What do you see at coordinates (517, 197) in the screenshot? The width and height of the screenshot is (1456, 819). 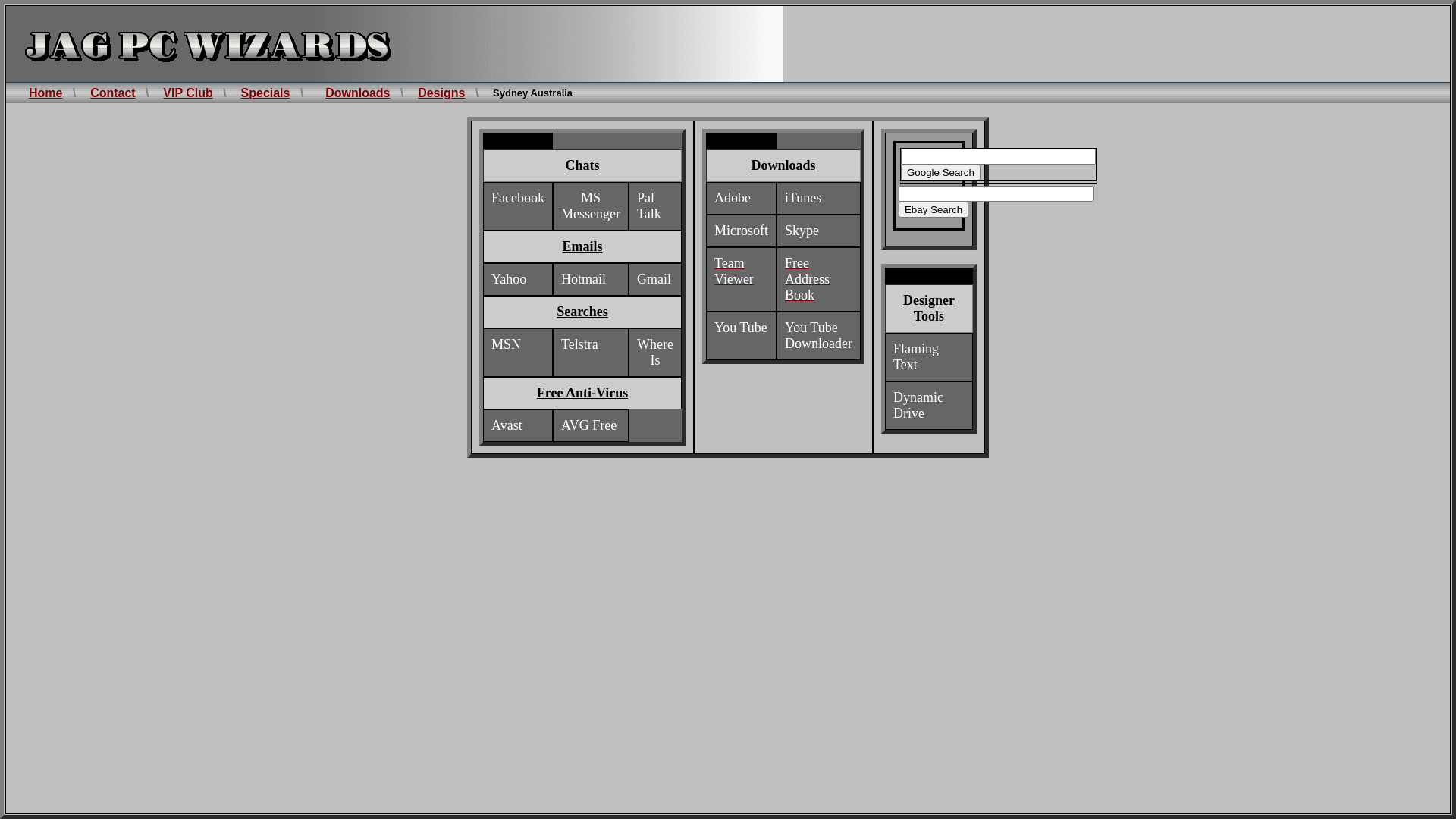 I see `'Facebook'` at bounding box center [517, 197].